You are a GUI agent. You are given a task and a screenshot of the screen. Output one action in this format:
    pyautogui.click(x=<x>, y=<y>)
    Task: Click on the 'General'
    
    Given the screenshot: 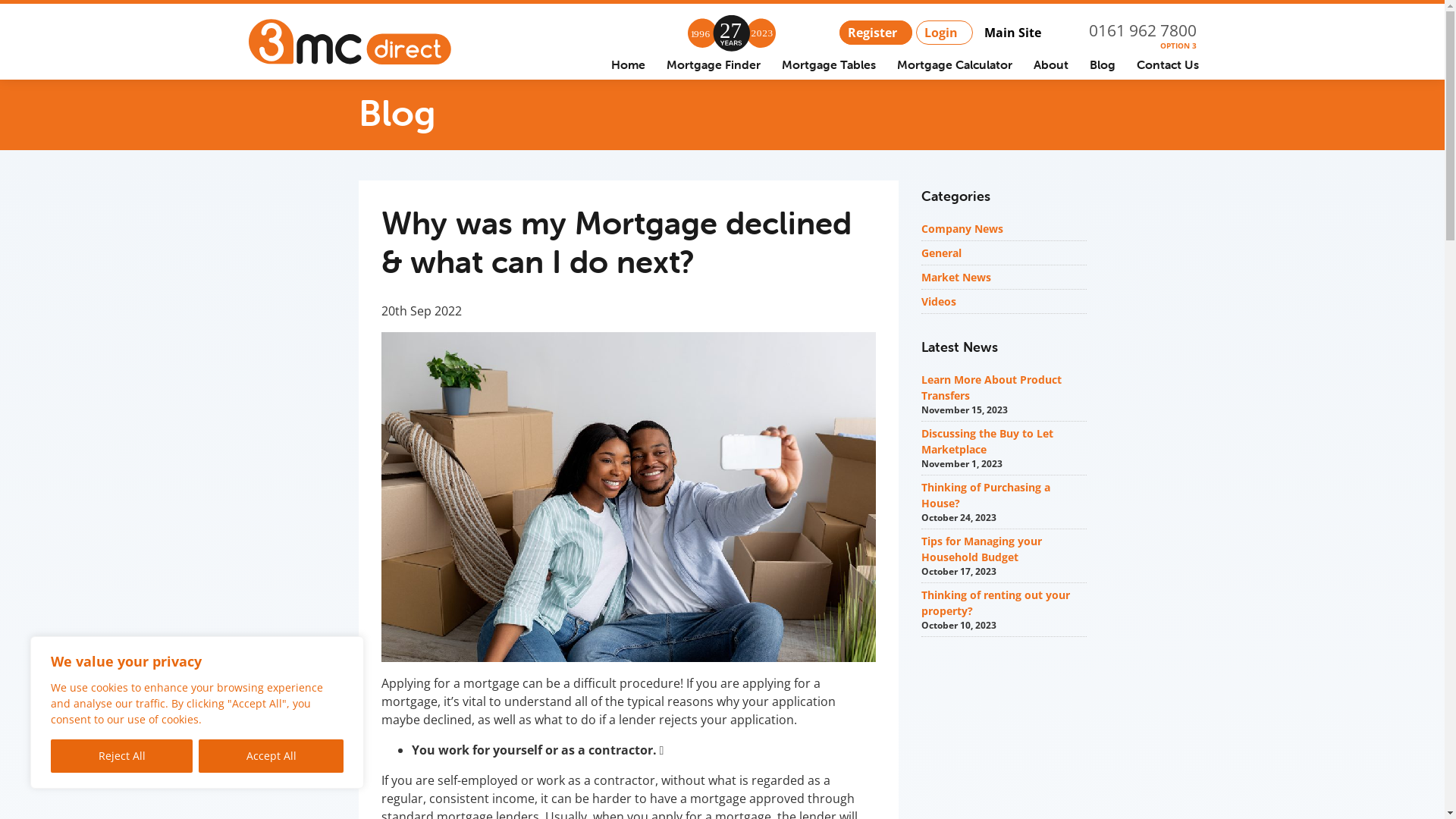 What is the action you would take?
    pyautogui.click(x=940, y=252)
    